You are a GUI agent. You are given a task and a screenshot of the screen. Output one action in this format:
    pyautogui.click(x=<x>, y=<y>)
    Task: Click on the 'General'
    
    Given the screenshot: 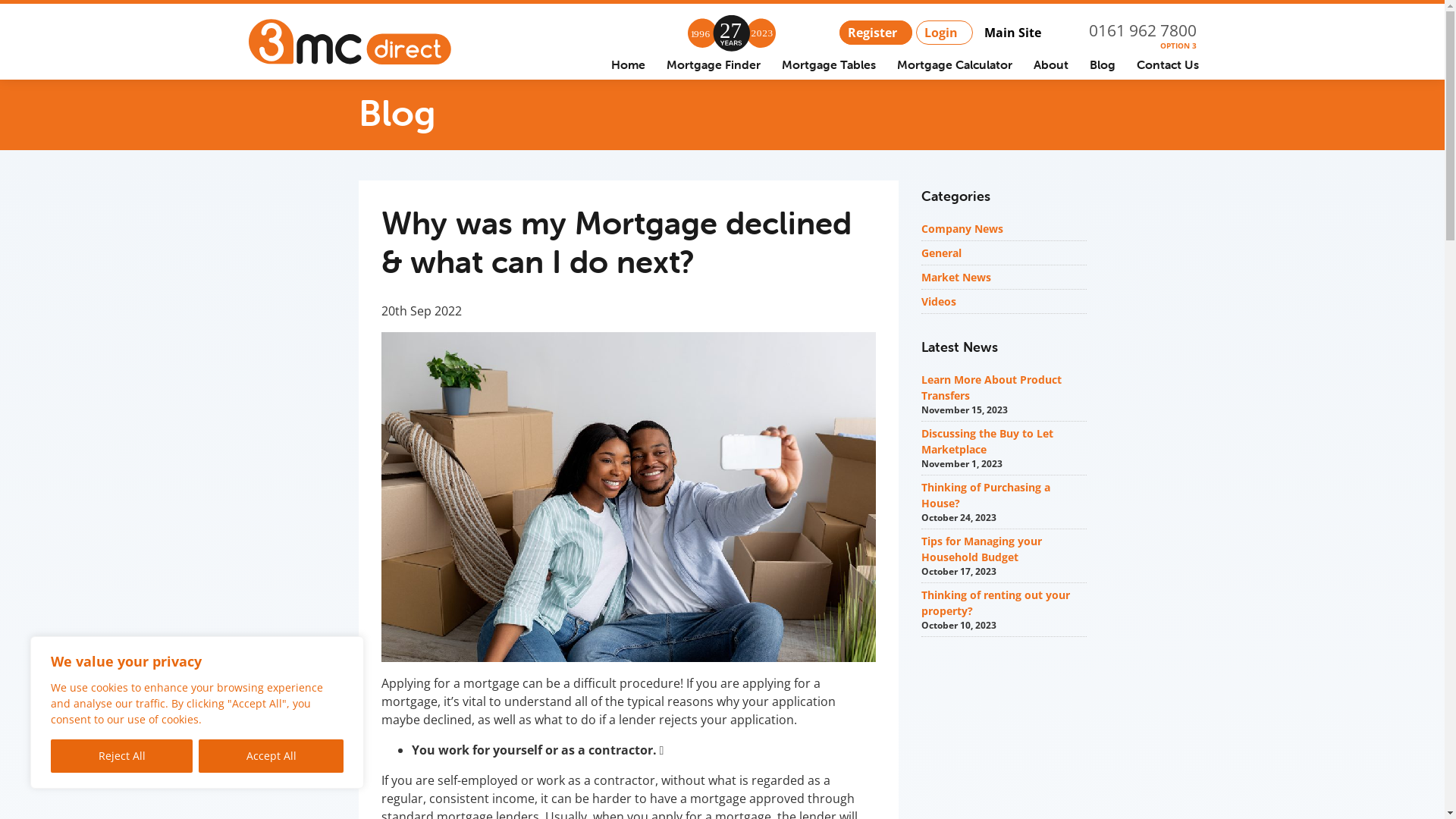 What is the action you would take?
    pyautogui.click(x=940, y=252)
    